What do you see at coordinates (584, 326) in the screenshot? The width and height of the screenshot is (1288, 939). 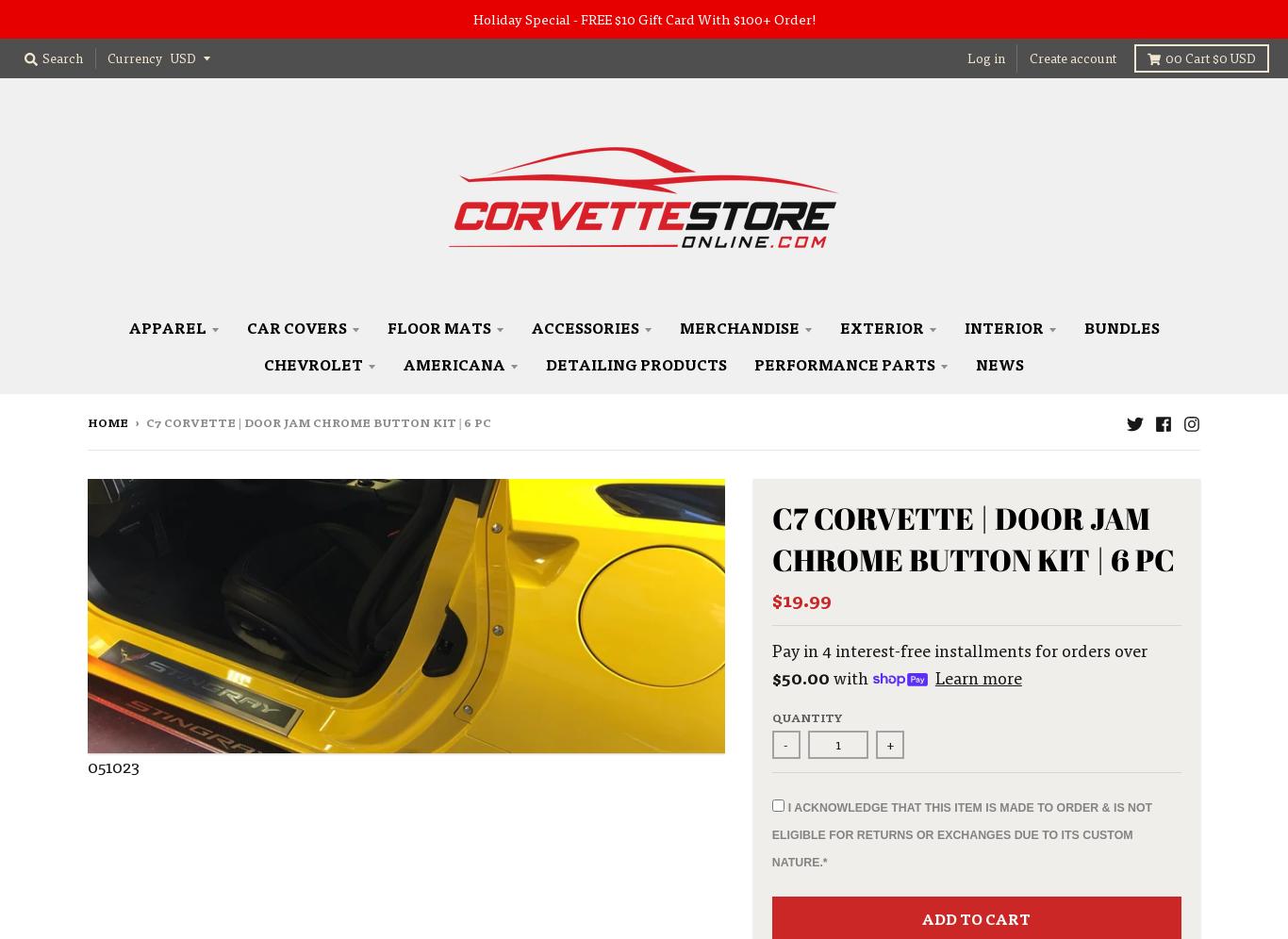 I see `'Accessories'` at bounding box center [584, 326].